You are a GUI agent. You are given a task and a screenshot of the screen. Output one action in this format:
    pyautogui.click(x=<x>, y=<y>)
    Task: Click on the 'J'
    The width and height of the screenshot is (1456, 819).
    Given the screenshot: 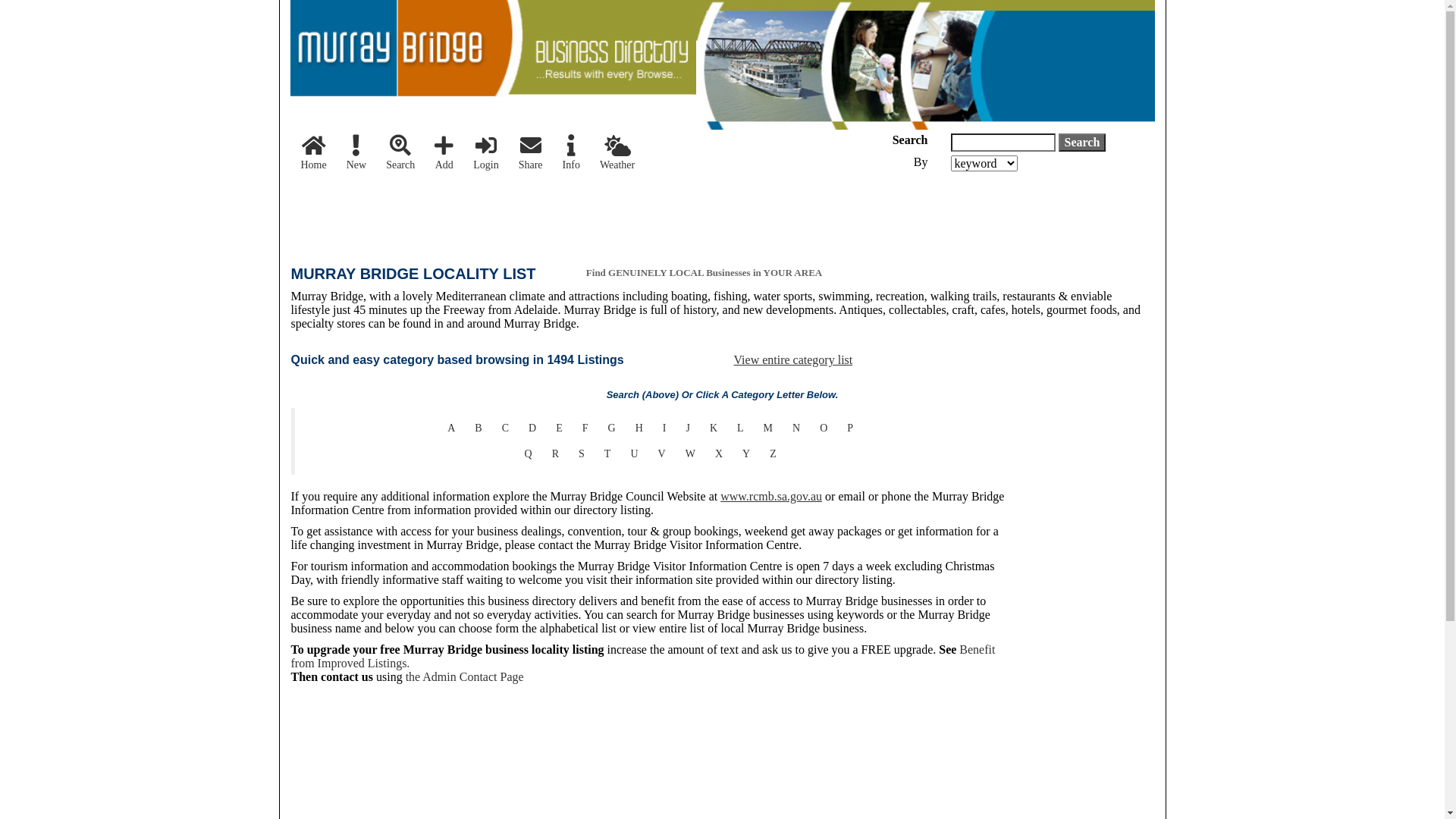 What is the action you would take?
    pyautogui.click(x=686, y=428)
    